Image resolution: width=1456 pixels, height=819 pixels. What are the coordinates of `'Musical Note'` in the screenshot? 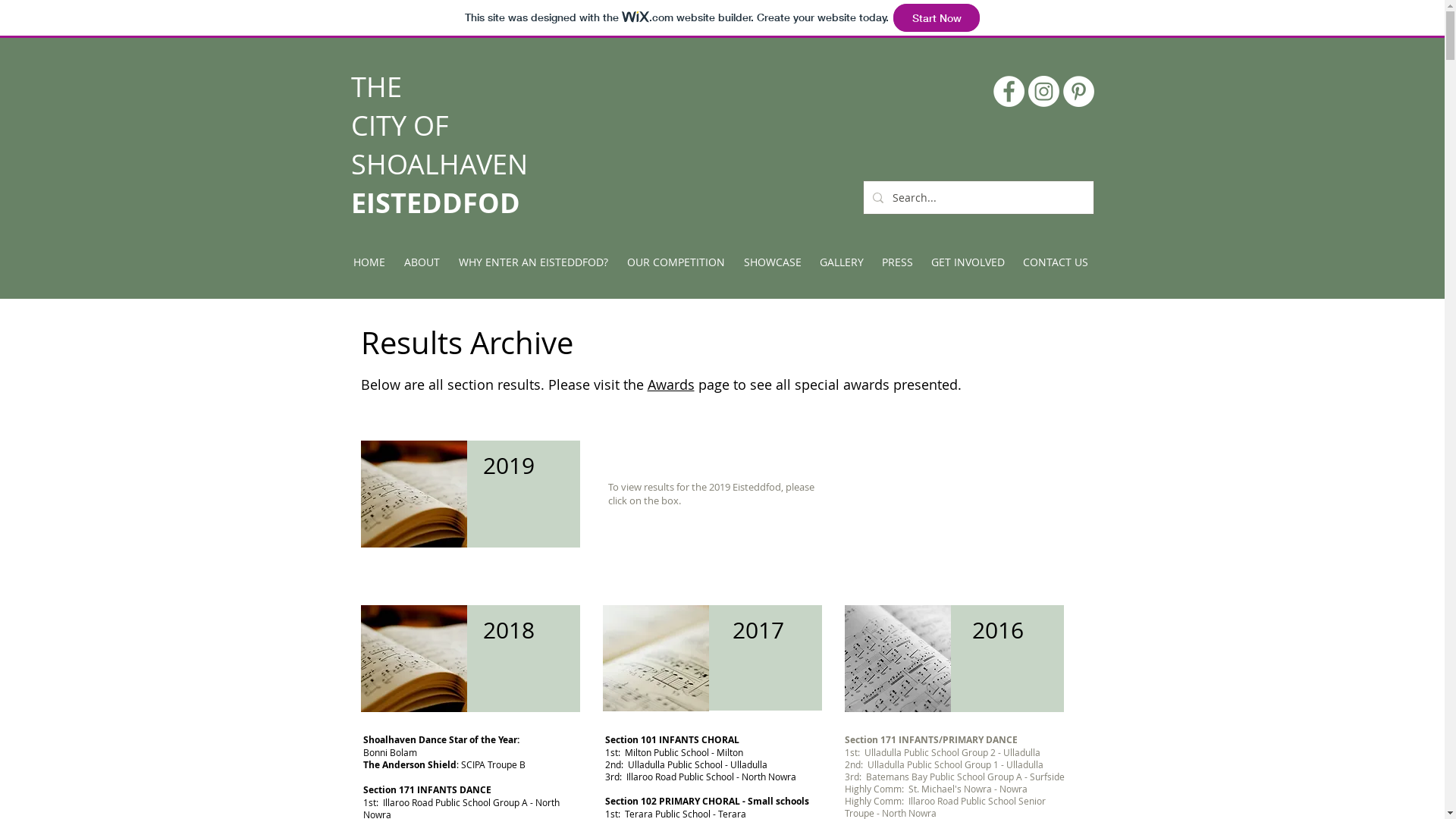 It's located at (655, 657).